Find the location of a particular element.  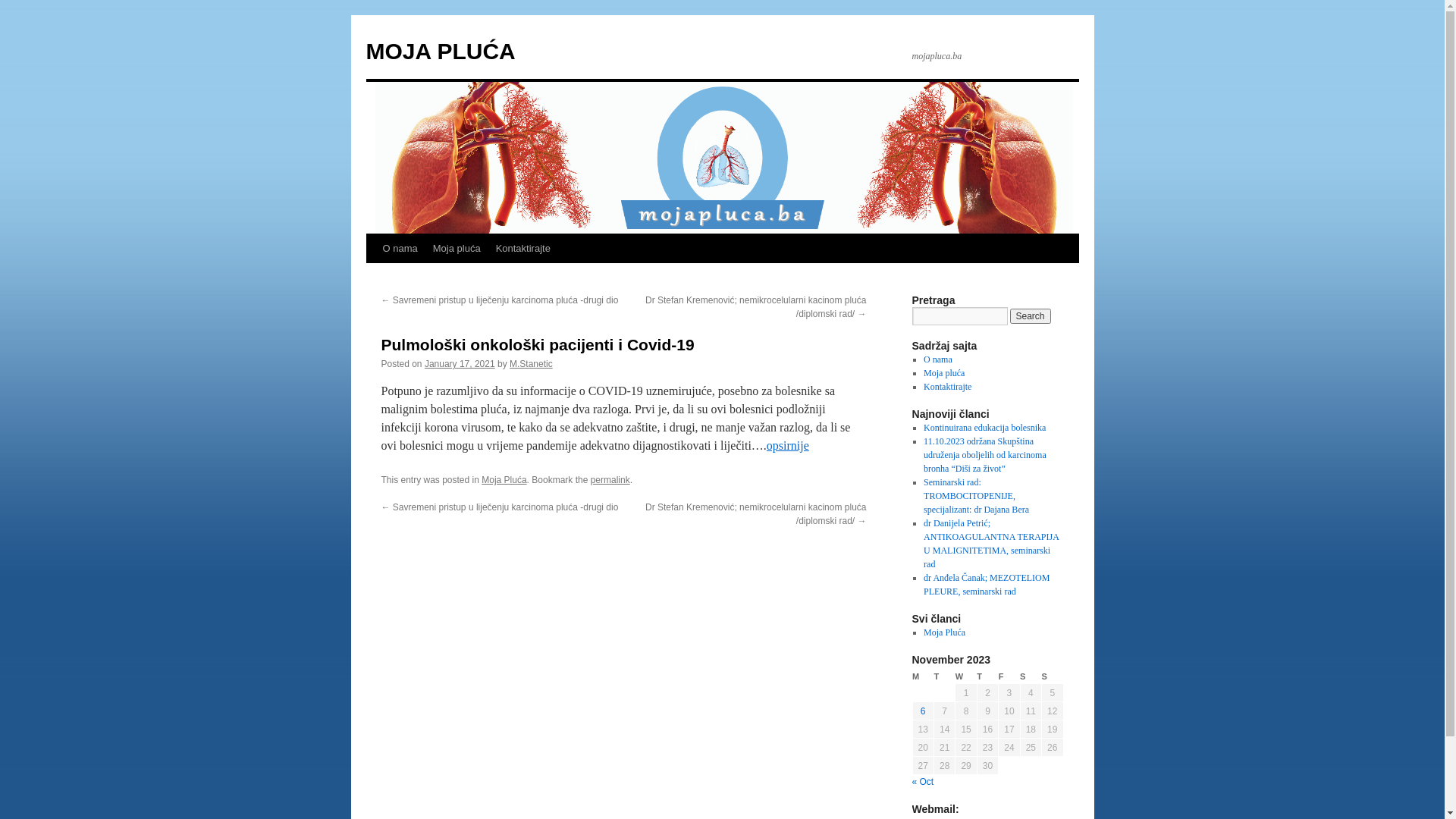

'opsirnije' is located at coordinates (767, 444).